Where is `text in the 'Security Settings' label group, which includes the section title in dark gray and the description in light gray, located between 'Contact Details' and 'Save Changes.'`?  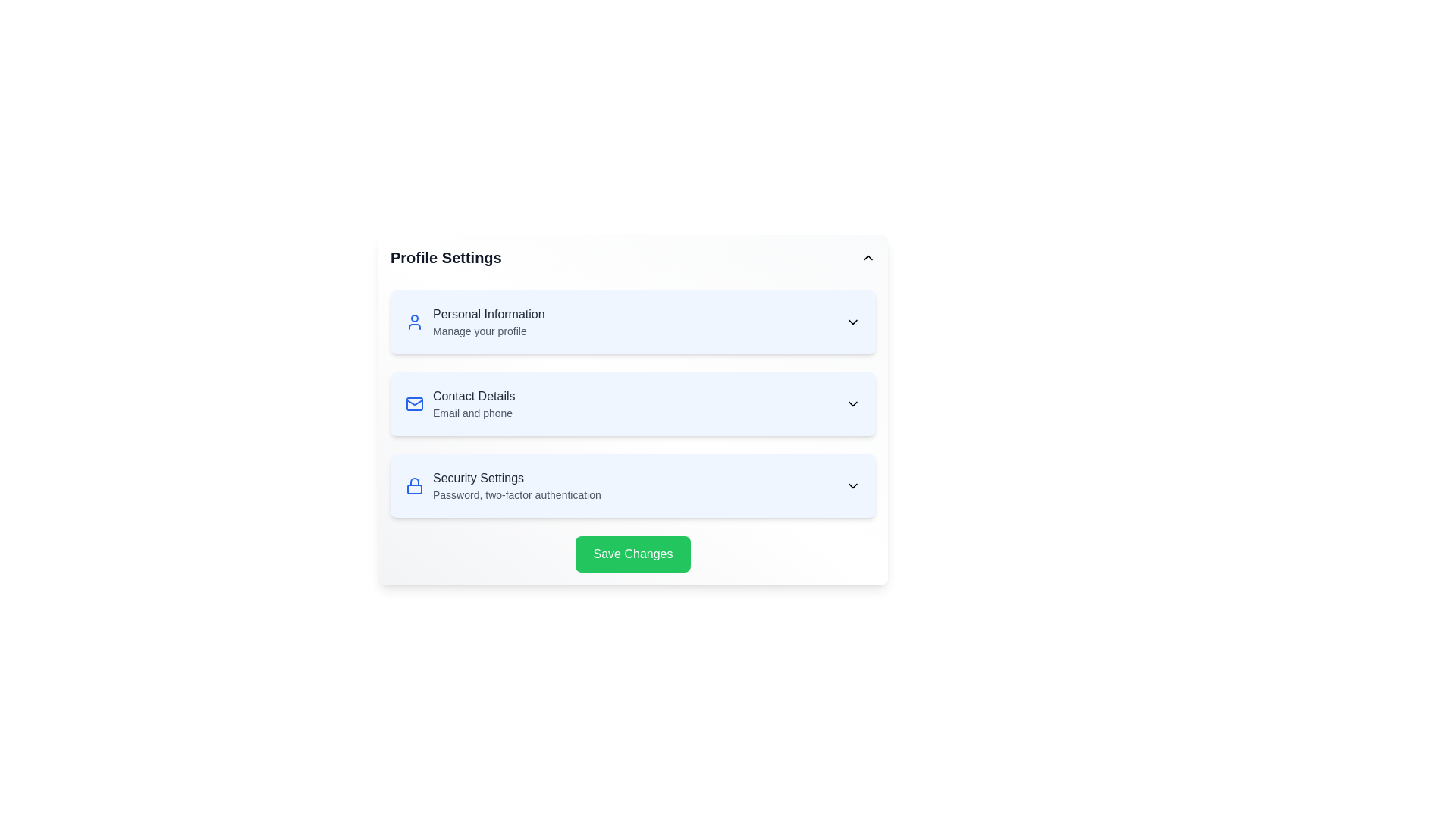
text in the 'Security Settings' label group, which includes the section title in dark gray and the description in light gray, located between 'Contact Details' and 'Save Changes.' is located at coordinates (516, 485).